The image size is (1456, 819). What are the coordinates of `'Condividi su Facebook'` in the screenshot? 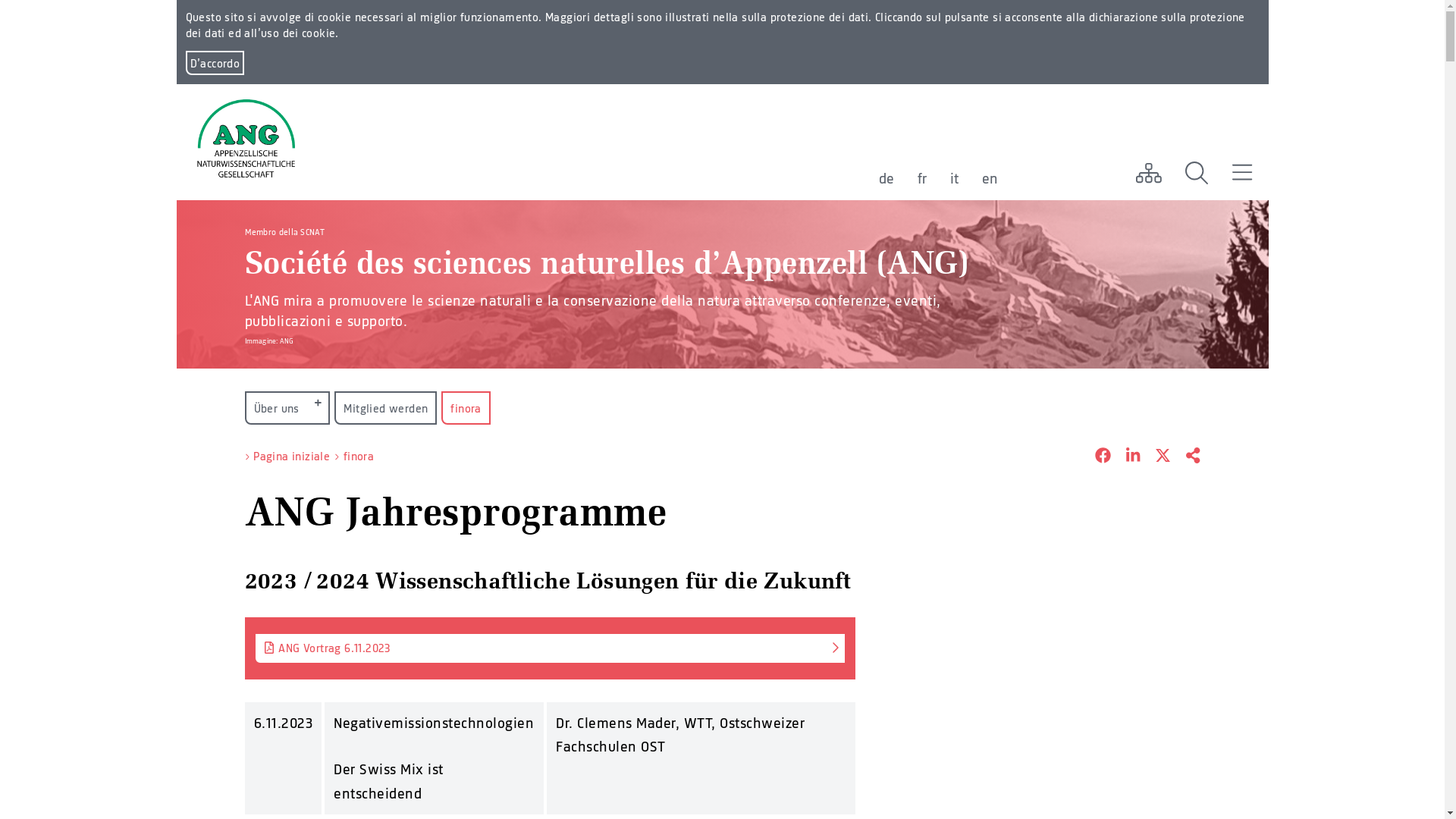 It's located at (1079, 456).